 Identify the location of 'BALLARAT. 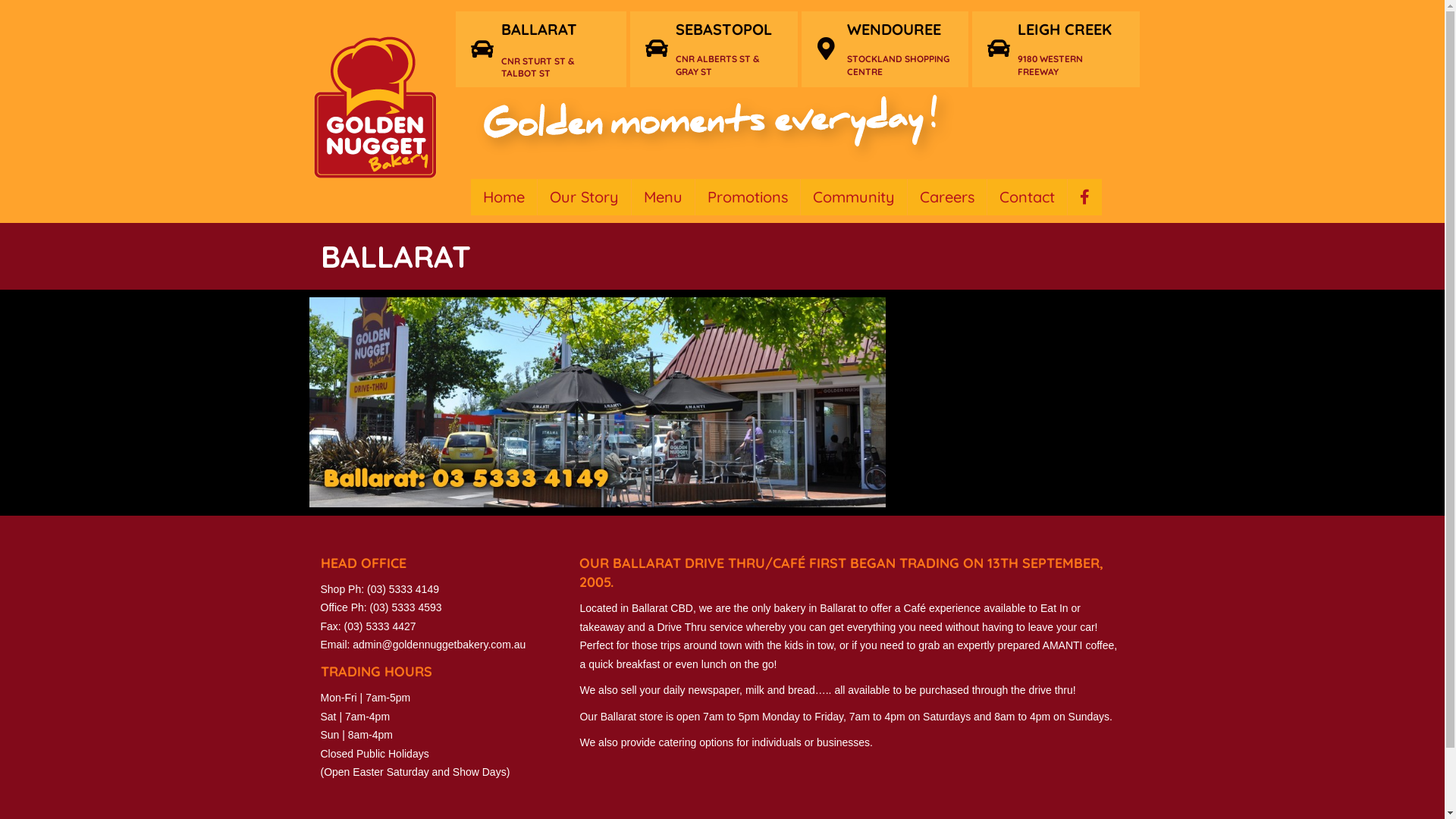
(555, 49).